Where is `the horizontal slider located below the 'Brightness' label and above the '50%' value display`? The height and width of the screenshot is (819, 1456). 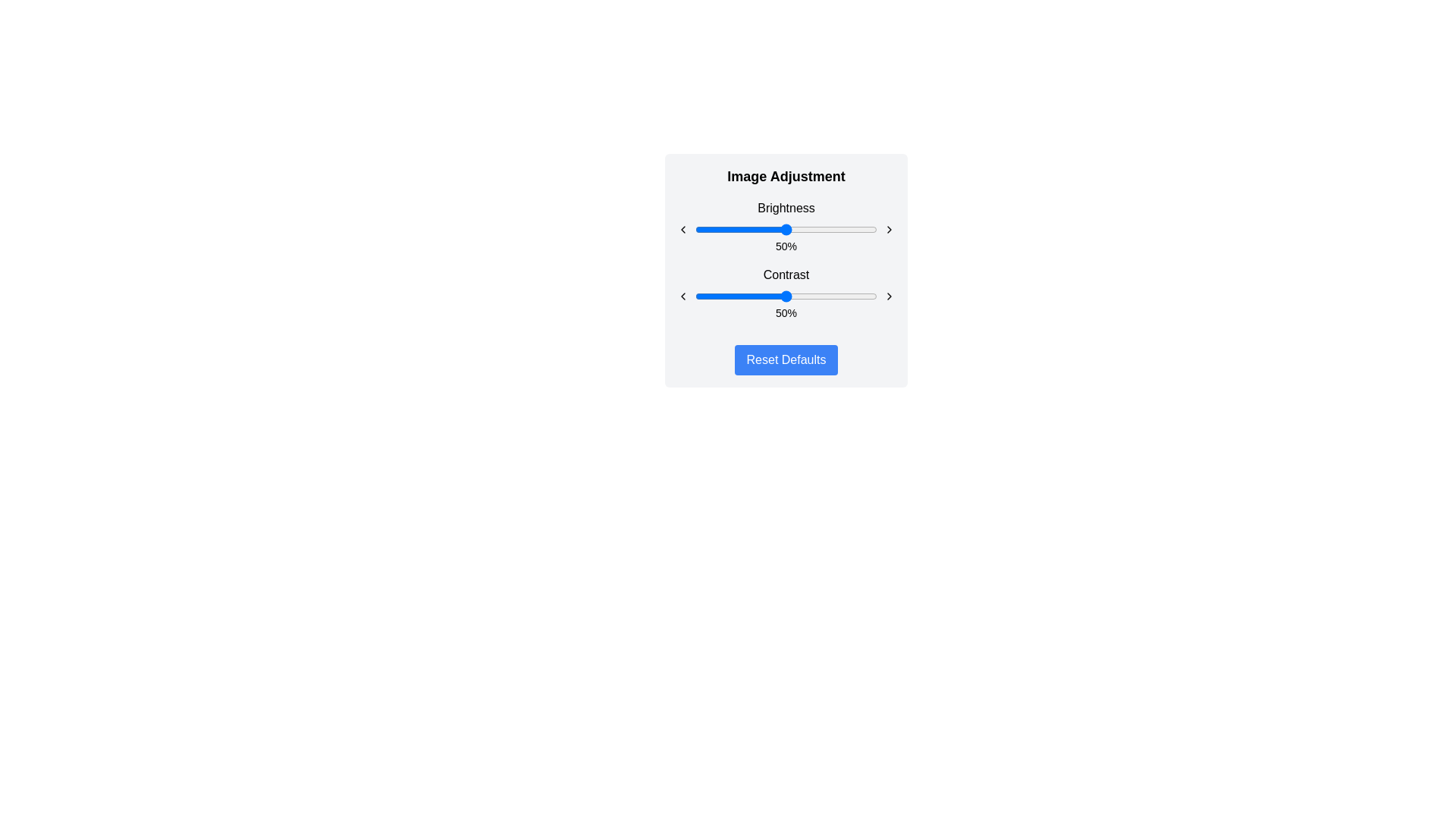 the horizontal slider located below the 'Brightness' label and above the '50%' value display is located at coordinates (786, 230).